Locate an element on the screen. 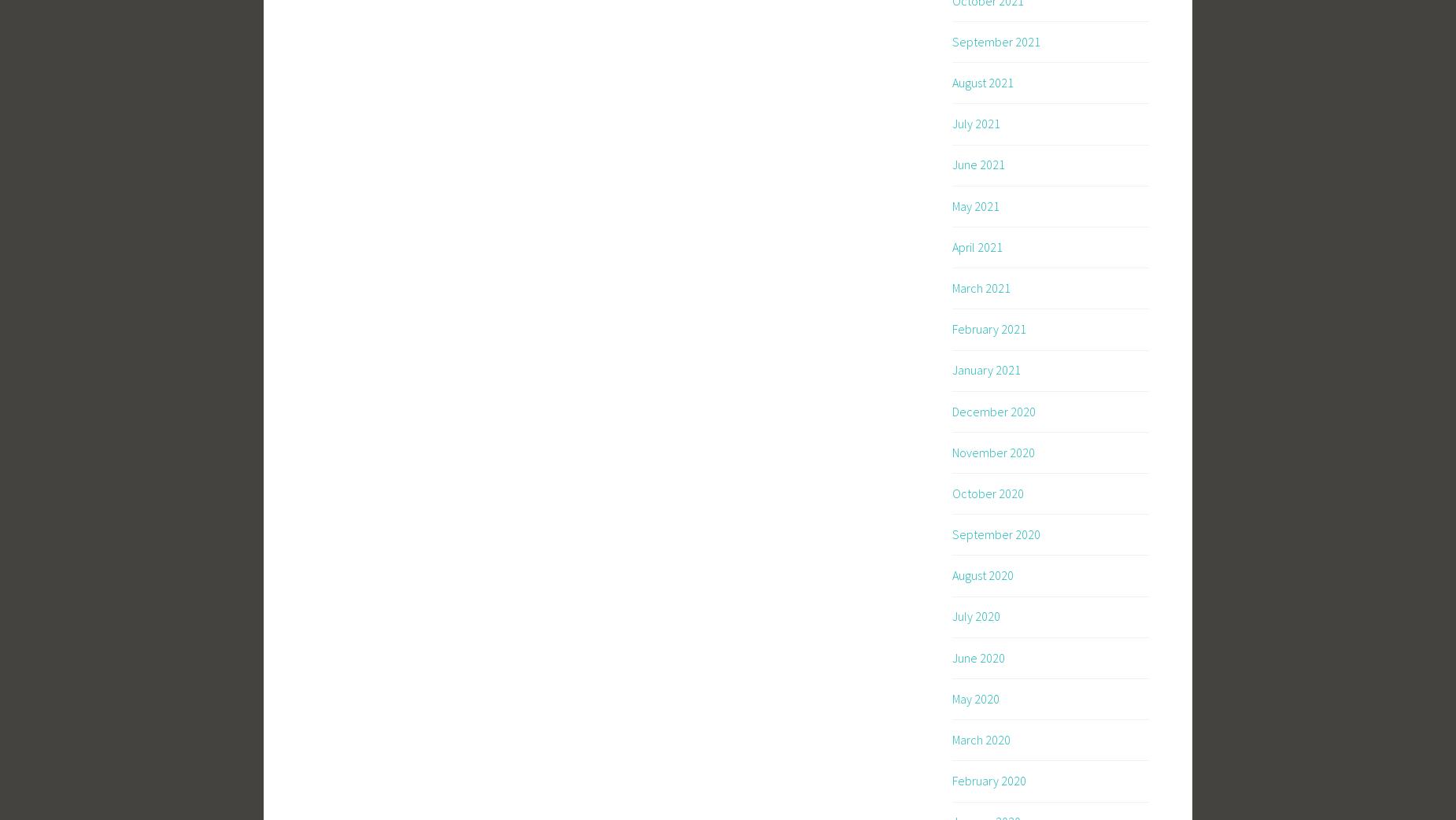 The width and height of the screenshot is (1456, 820). 'August 2020' is located at coordinates (981, 574).